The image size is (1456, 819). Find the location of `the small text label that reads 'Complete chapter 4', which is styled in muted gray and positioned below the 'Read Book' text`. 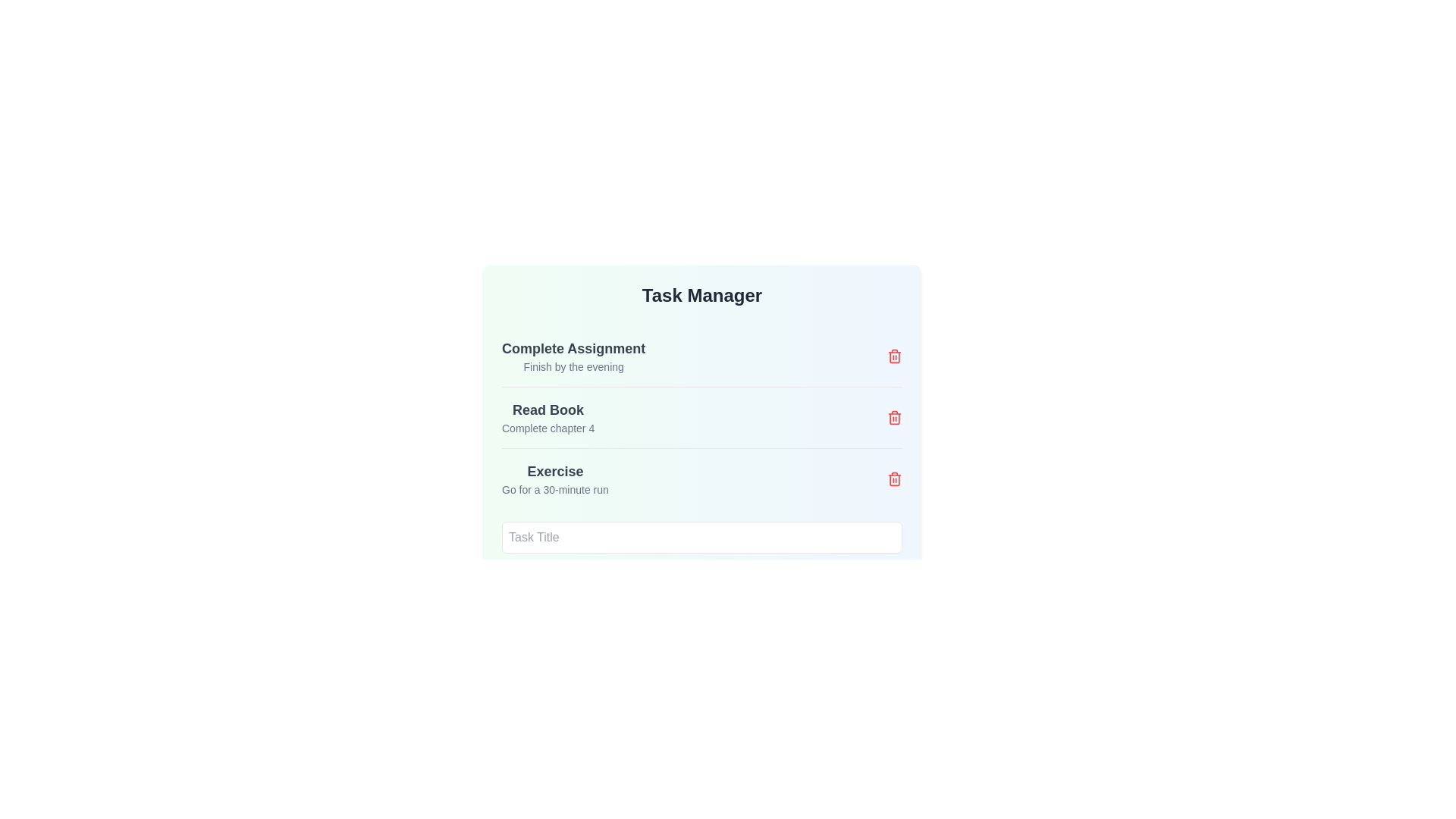

the small text label that reads 'Complete chapter 4', which is styled in muted gray and positioned below the 'Read Book' text is located at coordinates (548, 428).